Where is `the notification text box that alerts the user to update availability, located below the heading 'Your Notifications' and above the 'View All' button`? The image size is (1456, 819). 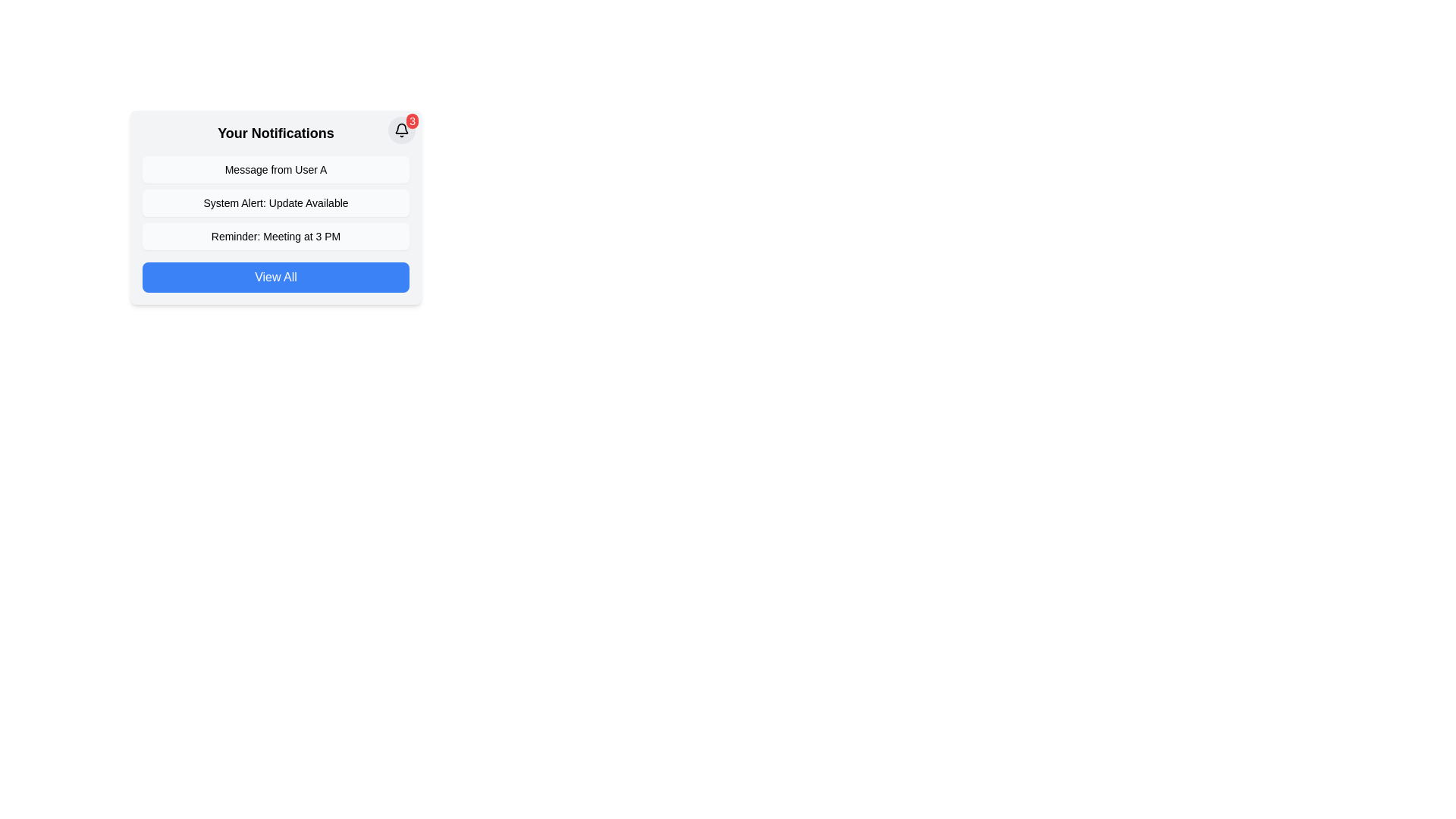
the notification text box that alerts the user to update availability, located below the heading 'Your Notifications' and above the 'View All' button is located at coordinates (276, 202).